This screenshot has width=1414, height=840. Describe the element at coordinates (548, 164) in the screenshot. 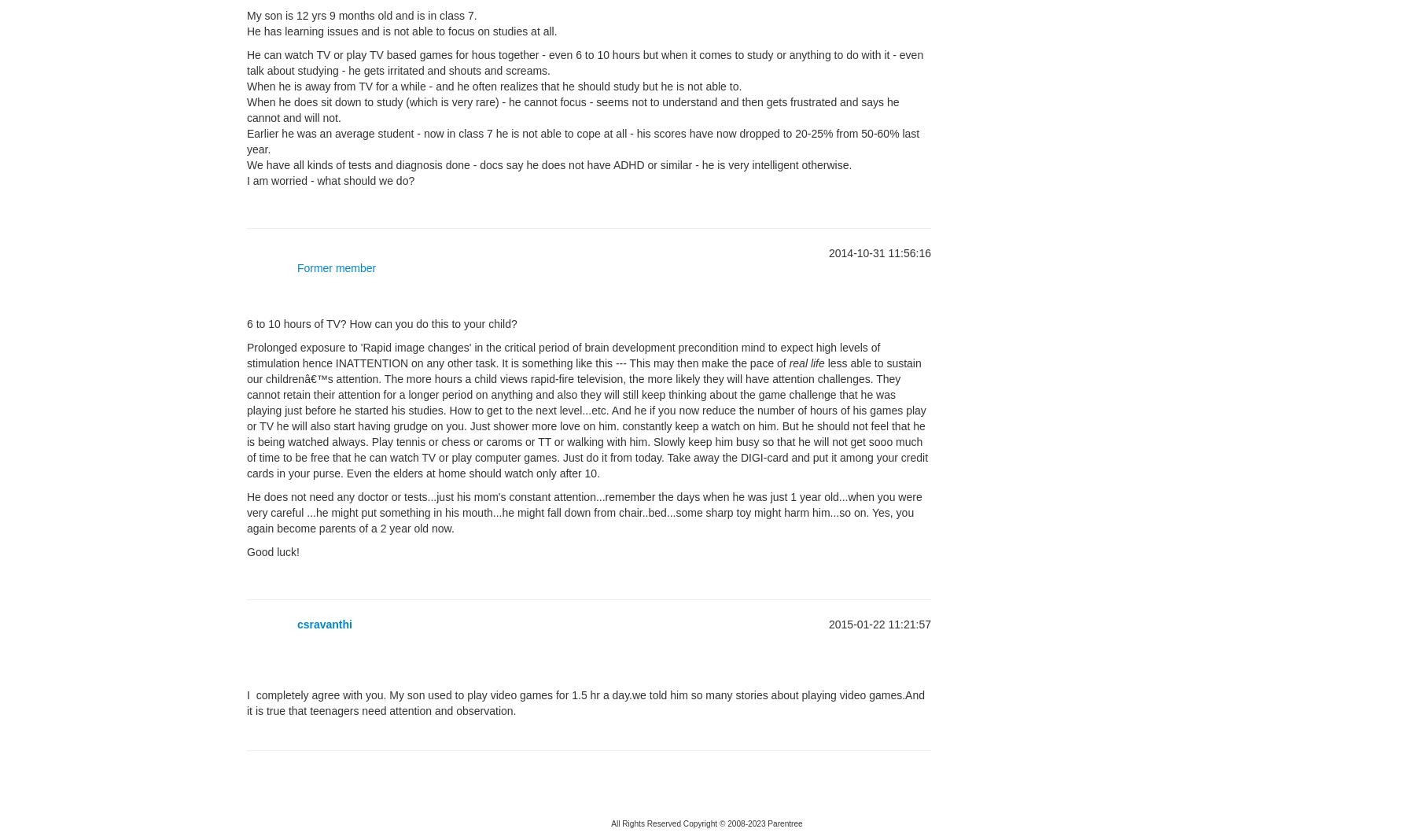

I see `'We have all kinds of tests and diagnosis done - docs say he does not have ADHD or similar - he is very intelligent otherwise.'` at that location.